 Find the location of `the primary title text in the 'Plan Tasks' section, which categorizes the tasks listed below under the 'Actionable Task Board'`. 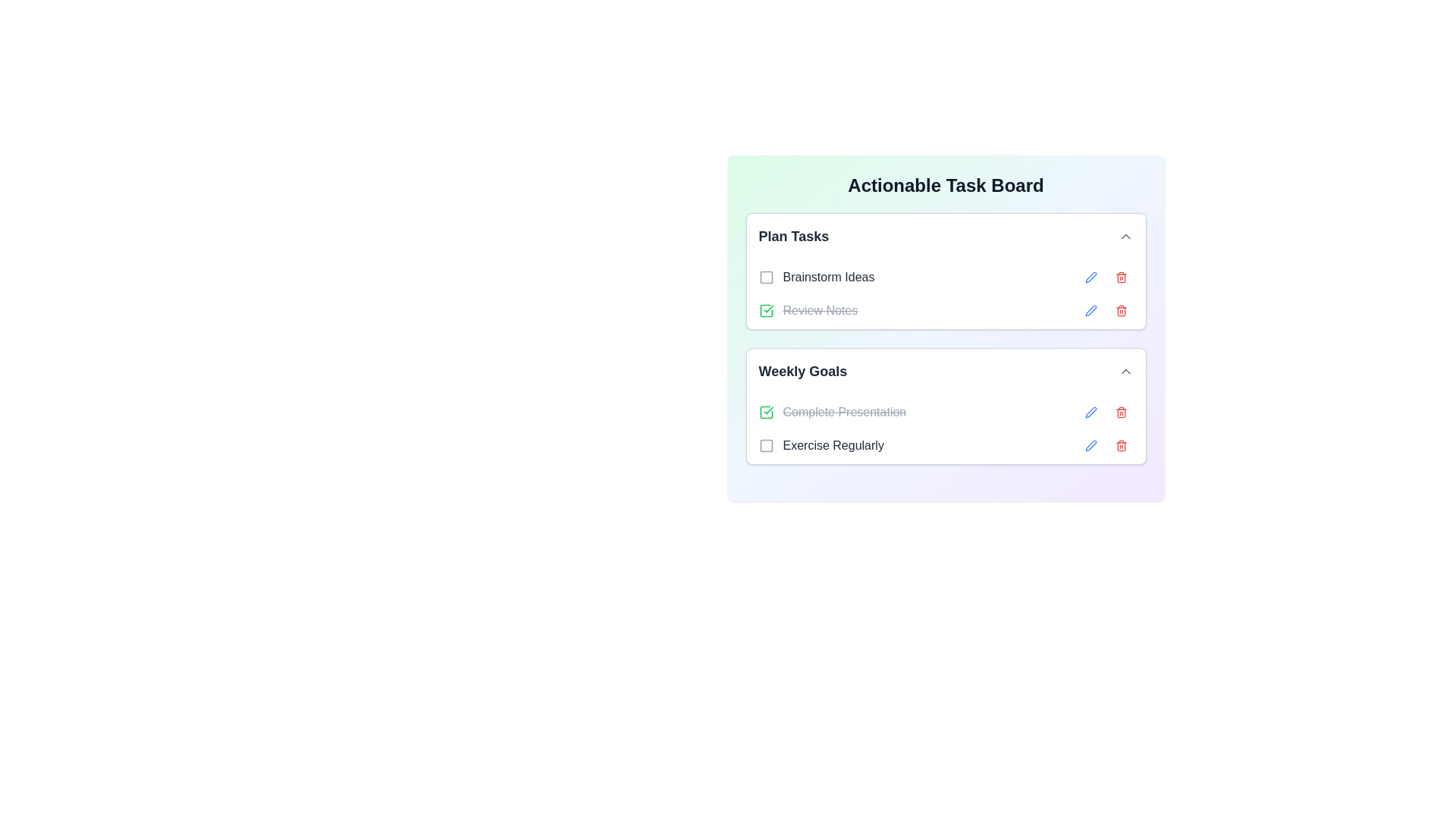

the primary title text in the 'Plan Tasks' section, which categorizes the tasks listed below under the 'Actionable Task Board' is located at coordinates (792, 237).